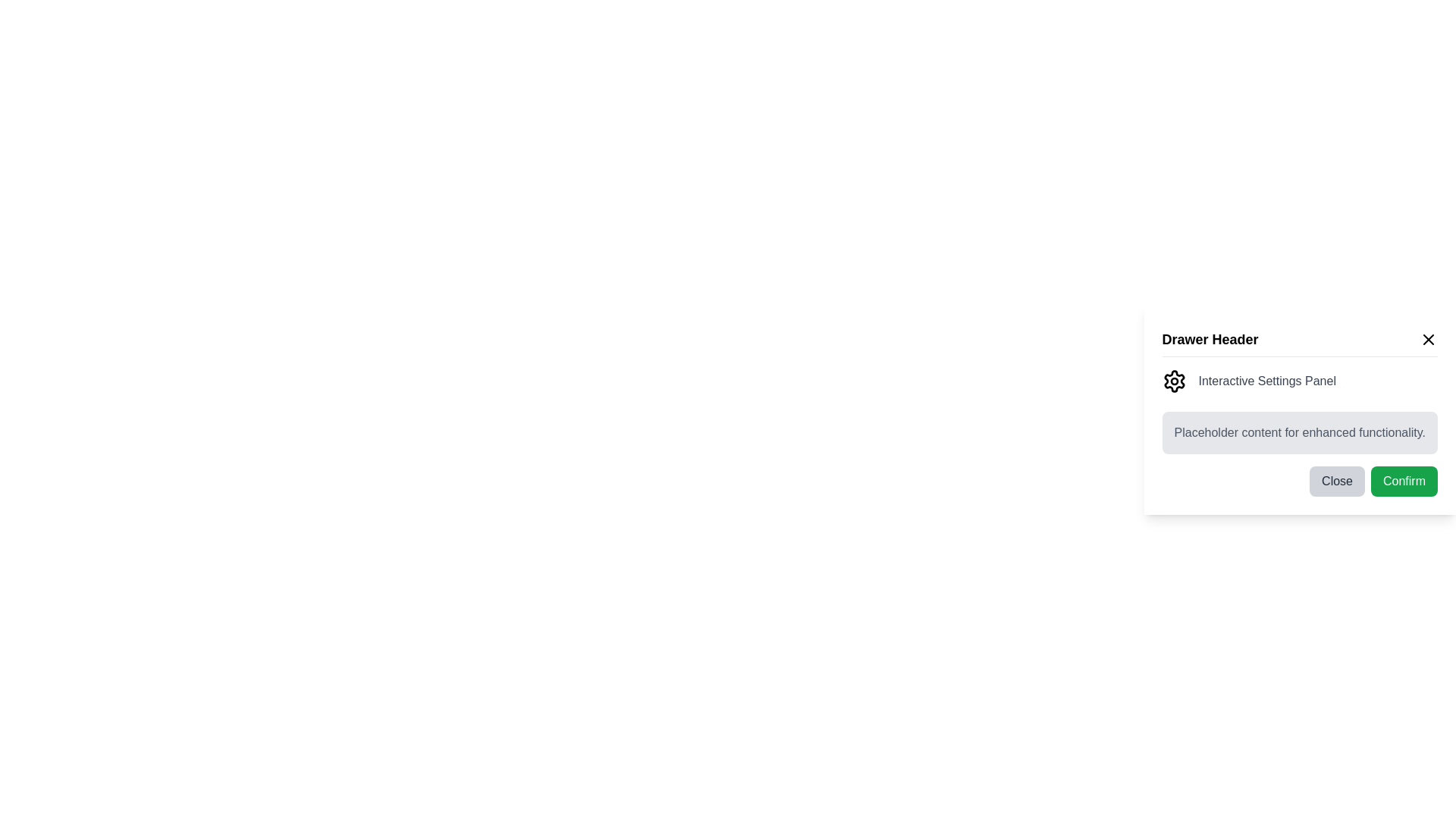  Describe the element at coordinates (1210, 338) in the screenshot. I see `the static text element that serves as a title or label for the panel, positioned at the top-left corner of the panel` at that location.